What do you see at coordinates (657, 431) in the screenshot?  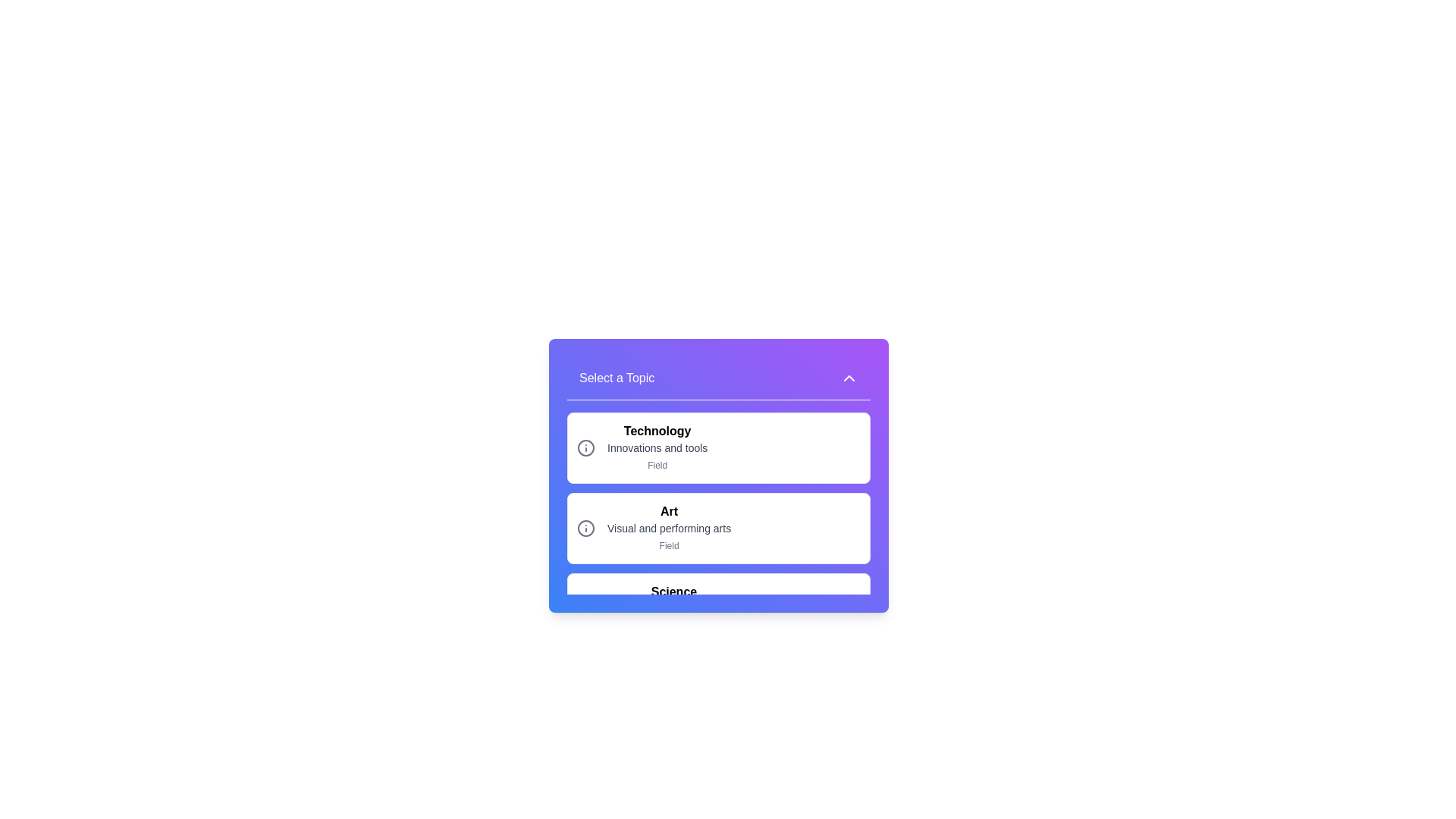 I see `the 'Technology' text label in the topic selection menu, which is displayed in bold black font and is the main label of the topmost entry` at bounding box center [657, 431].